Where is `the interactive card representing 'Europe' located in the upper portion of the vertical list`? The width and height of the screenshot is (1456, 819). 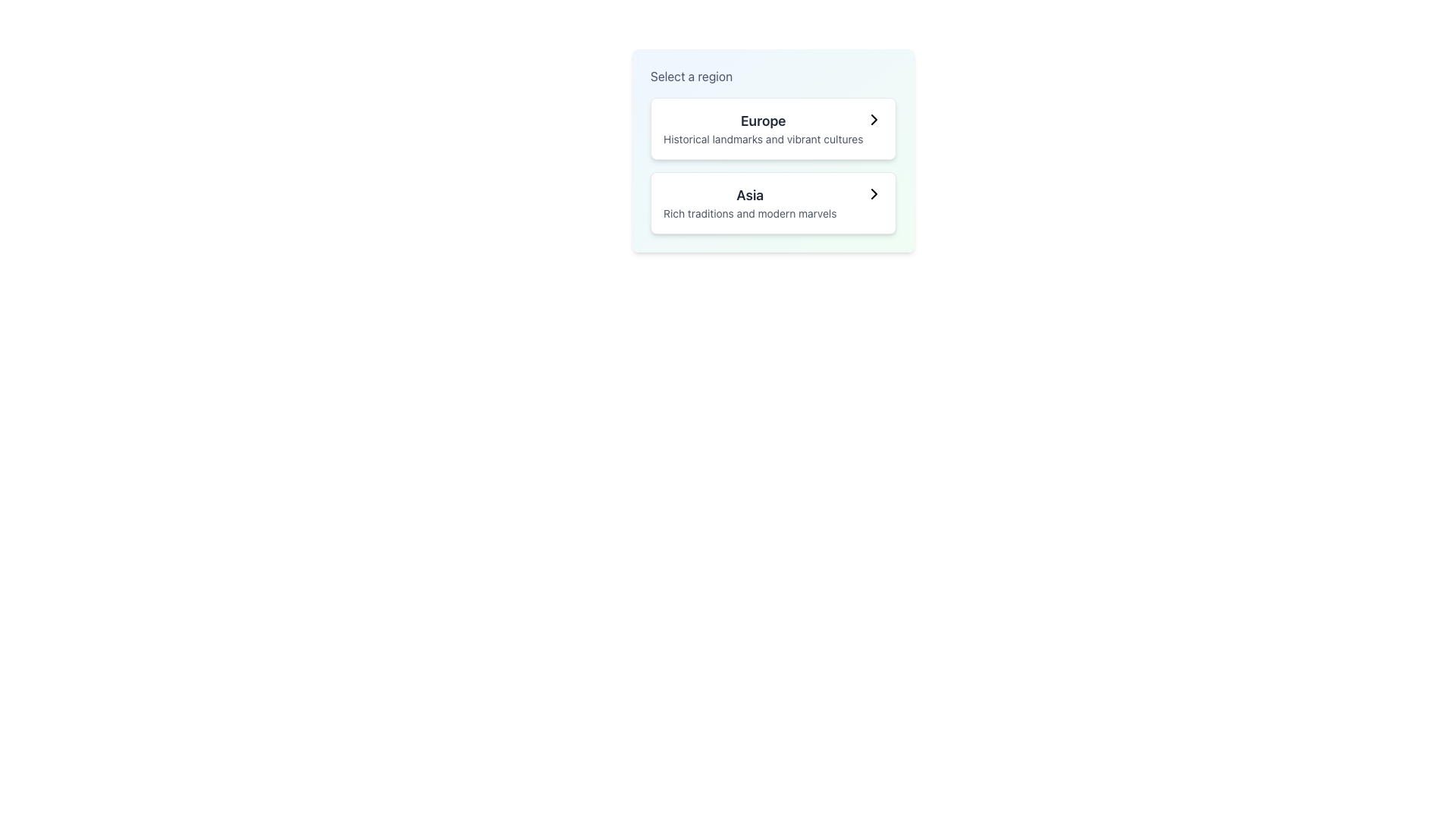
the interactive card representing 'Europe' located in the upper portion of the vertical list is located at coordinates (773, 127).